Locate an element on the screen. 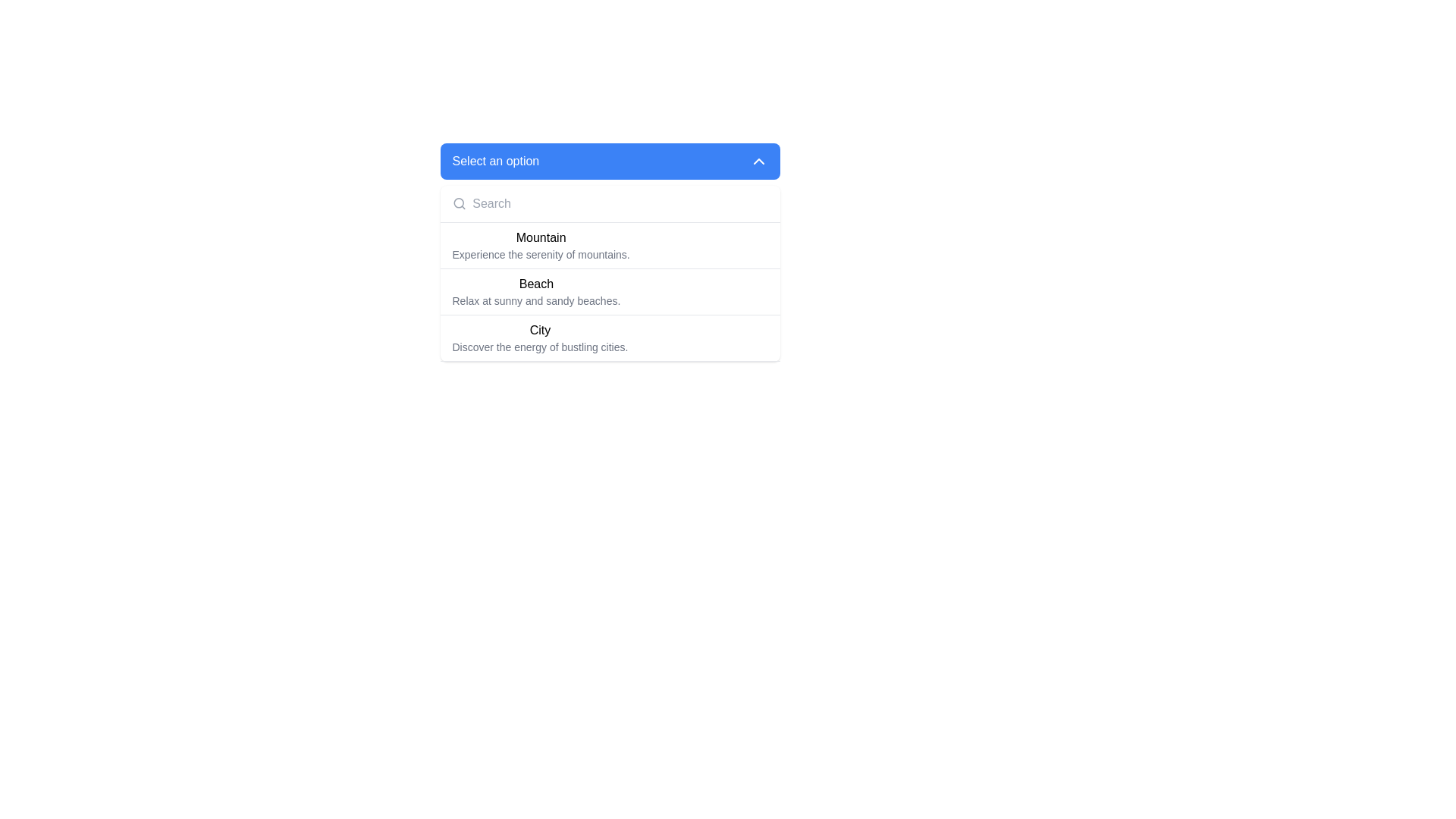  the upward-pointing chevron icon, which is a white-stroked indicator for dropdown functionality on the right side of the 'Select an option' button is located at coordinates (758, 161).